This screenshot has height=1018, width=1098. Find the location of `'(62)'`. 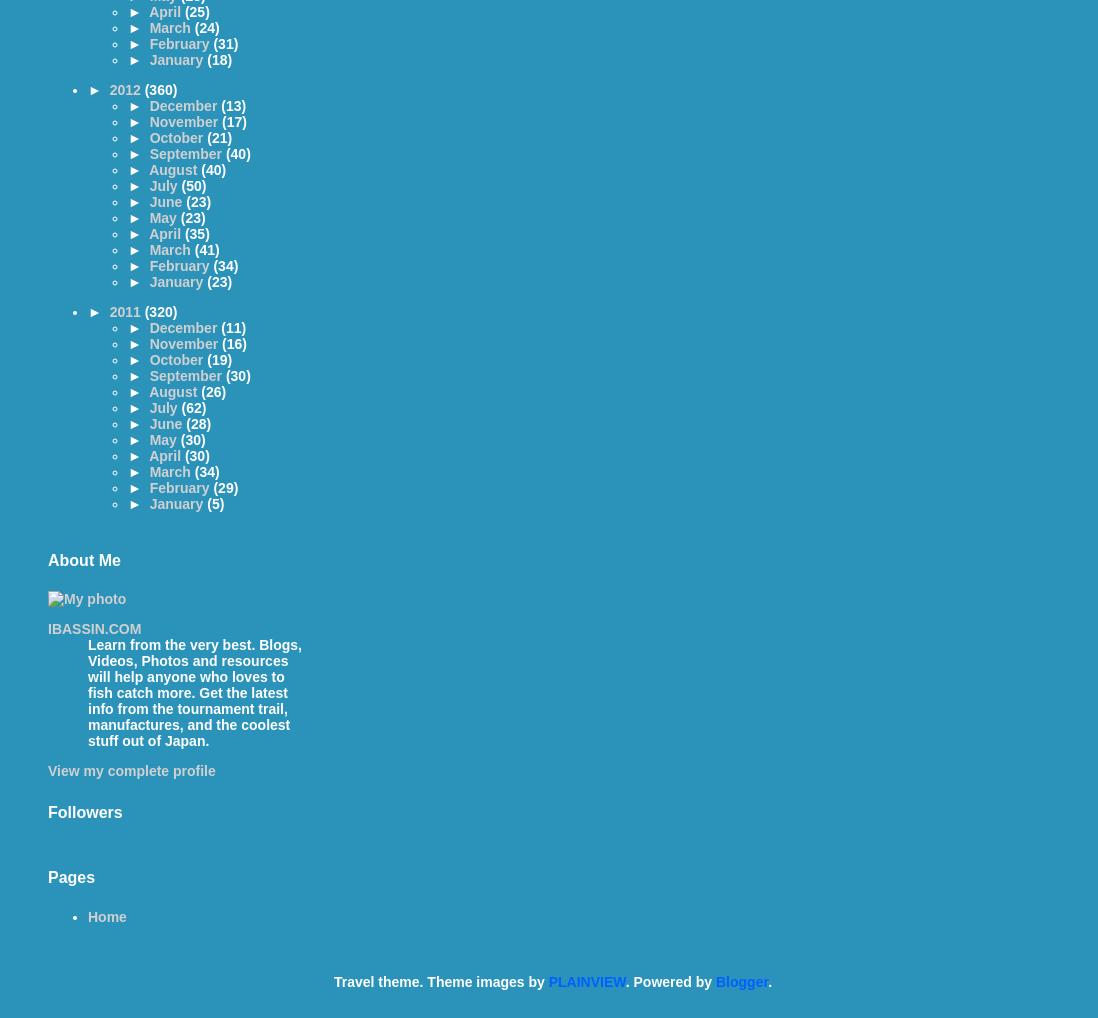

'(62)' is located at coordinates (192, 407).